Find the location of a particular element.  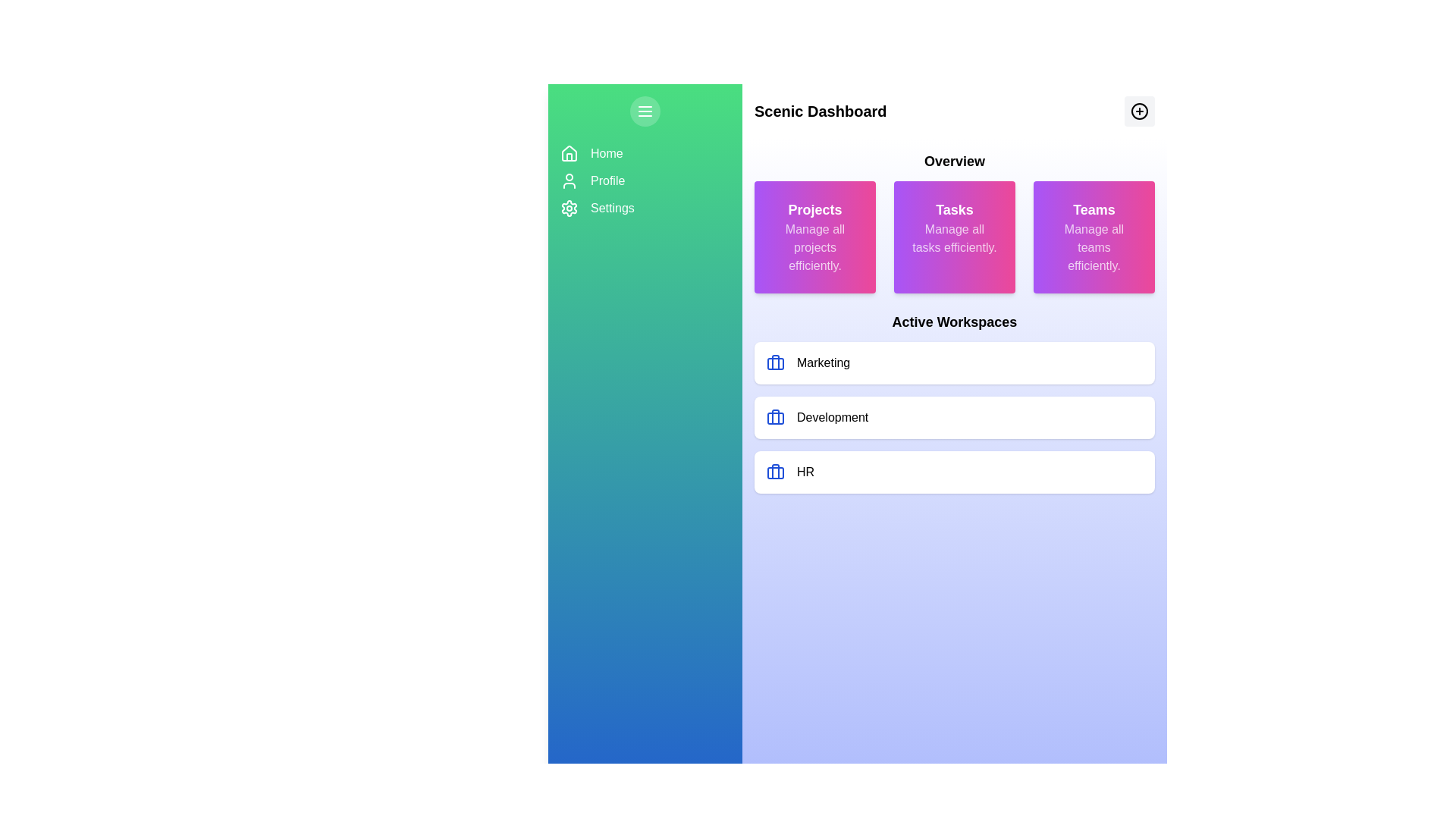

the descriptive text label located below the 'Projects' title within the gradient card component is located at coordinates (814, 247).